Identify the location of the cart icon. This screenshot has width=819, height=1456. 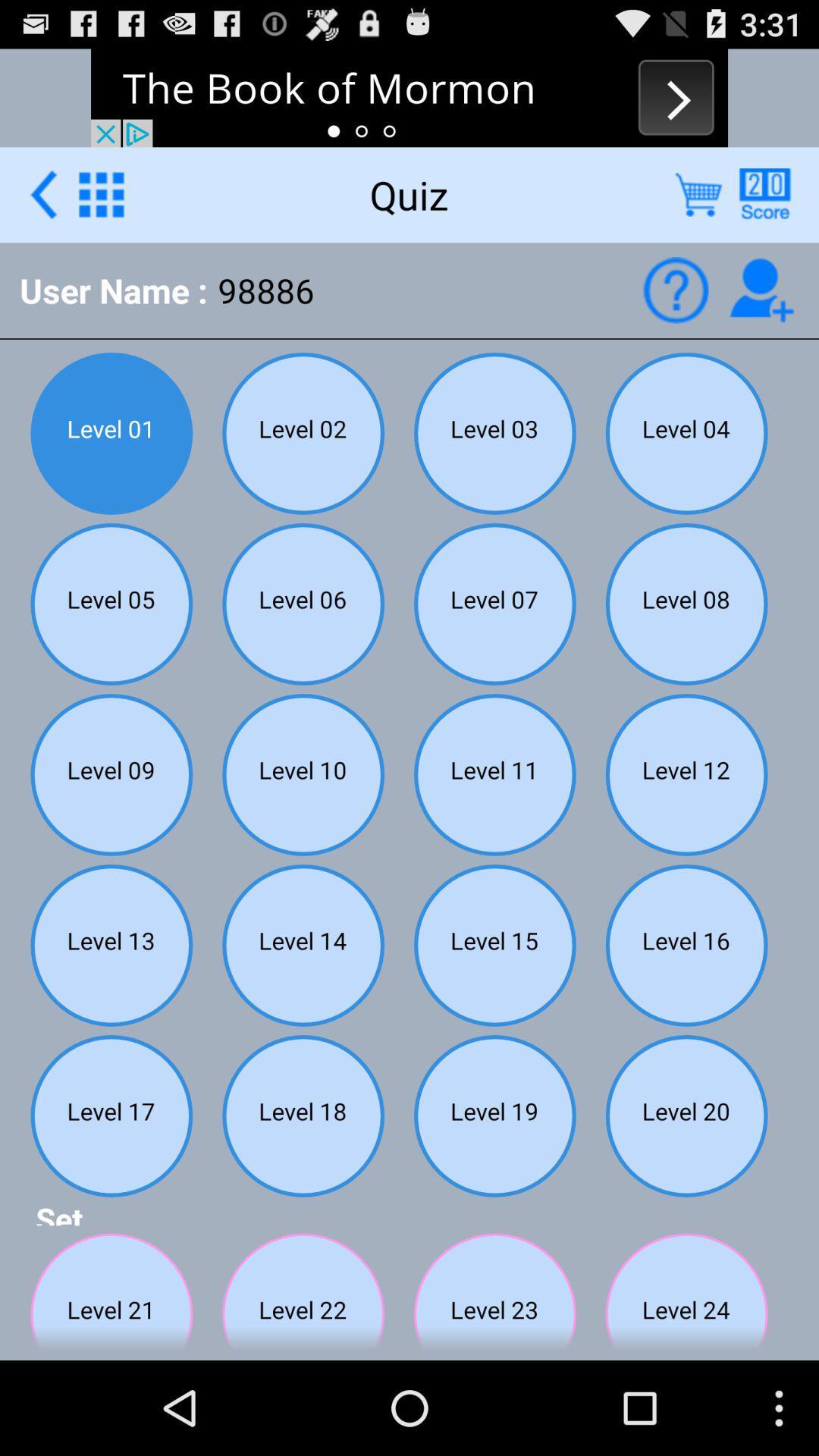
(698, 207).